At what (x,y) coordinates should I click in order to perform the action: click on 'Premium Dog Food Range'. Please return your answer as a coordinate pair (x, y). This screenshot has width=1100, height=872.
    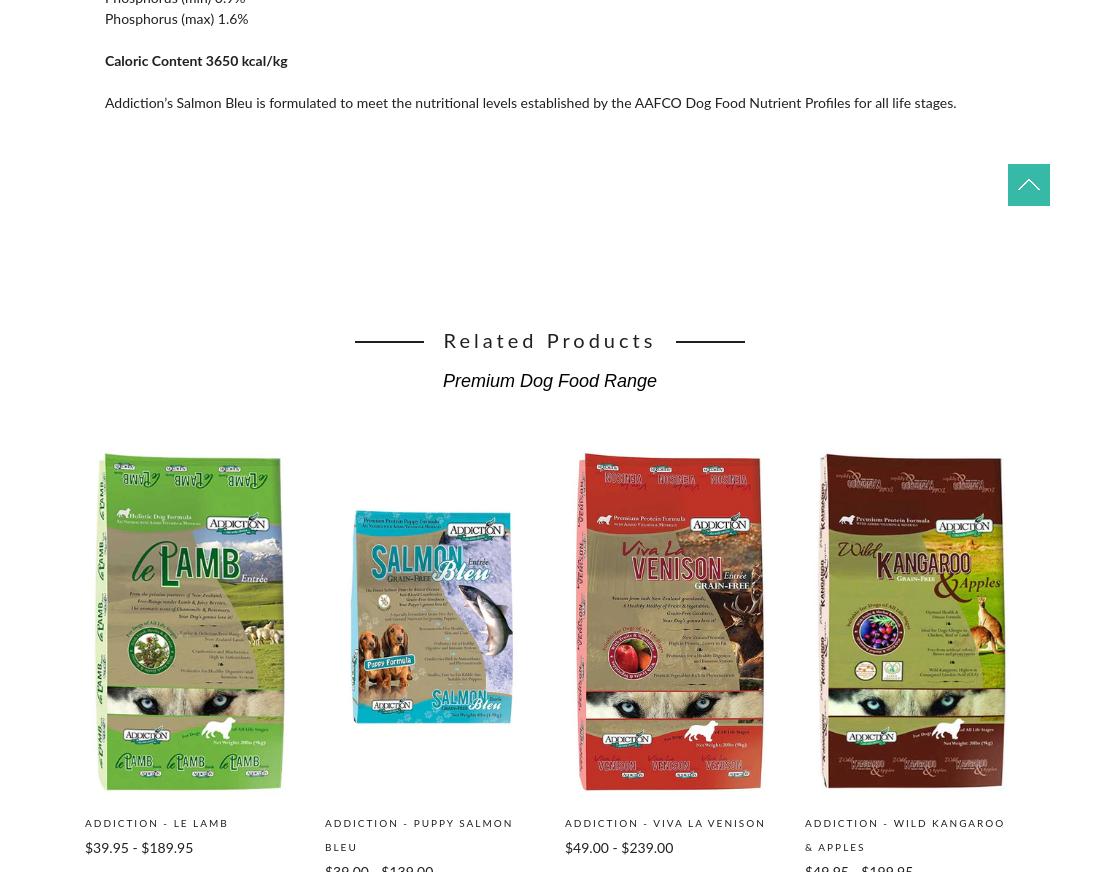
    Looking at the image, I should click on (549, 380).